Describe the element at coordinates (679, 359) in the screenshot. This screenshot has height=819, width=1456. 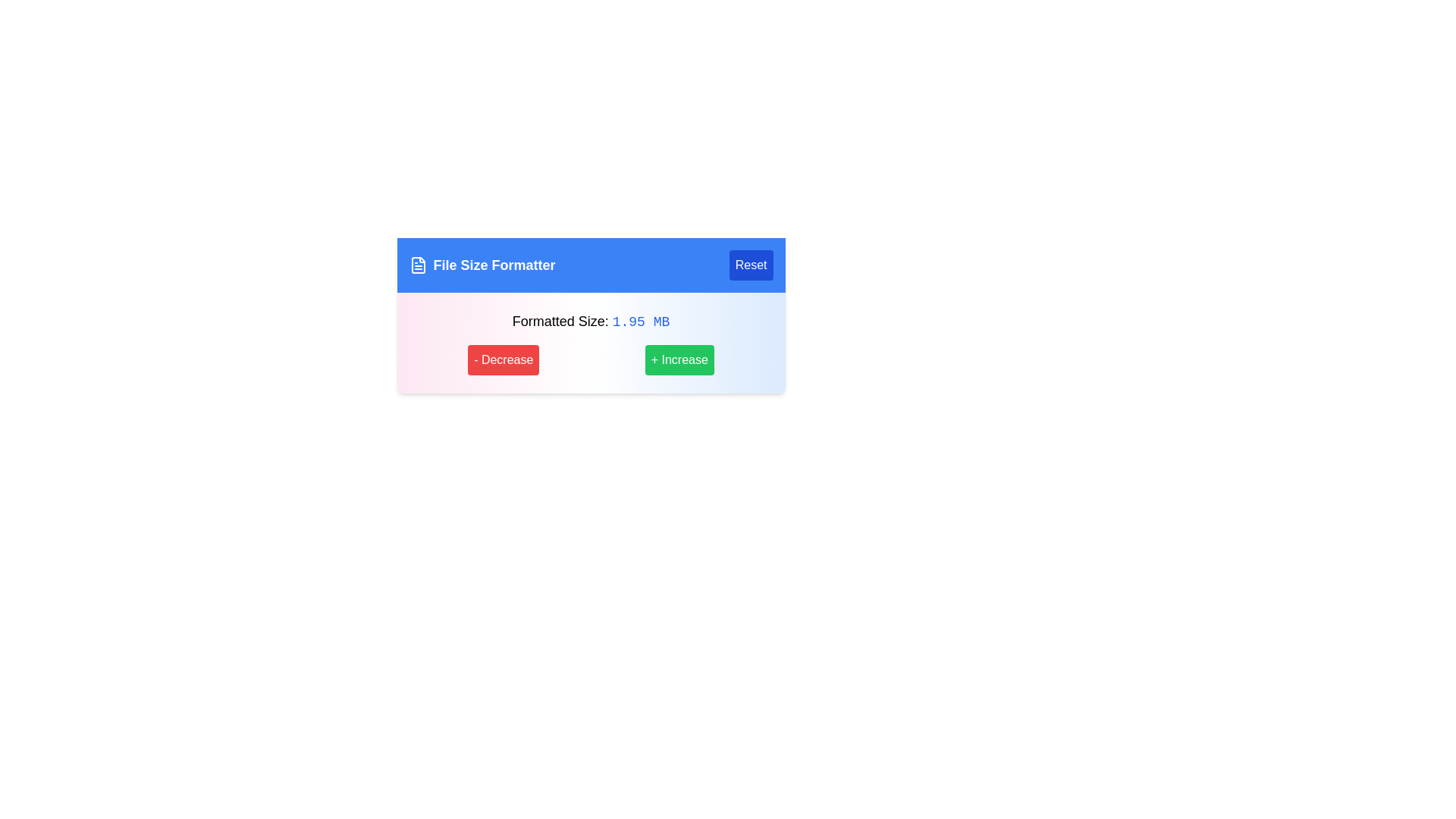
I see `the green button labeled '+ Increase'` at that location.